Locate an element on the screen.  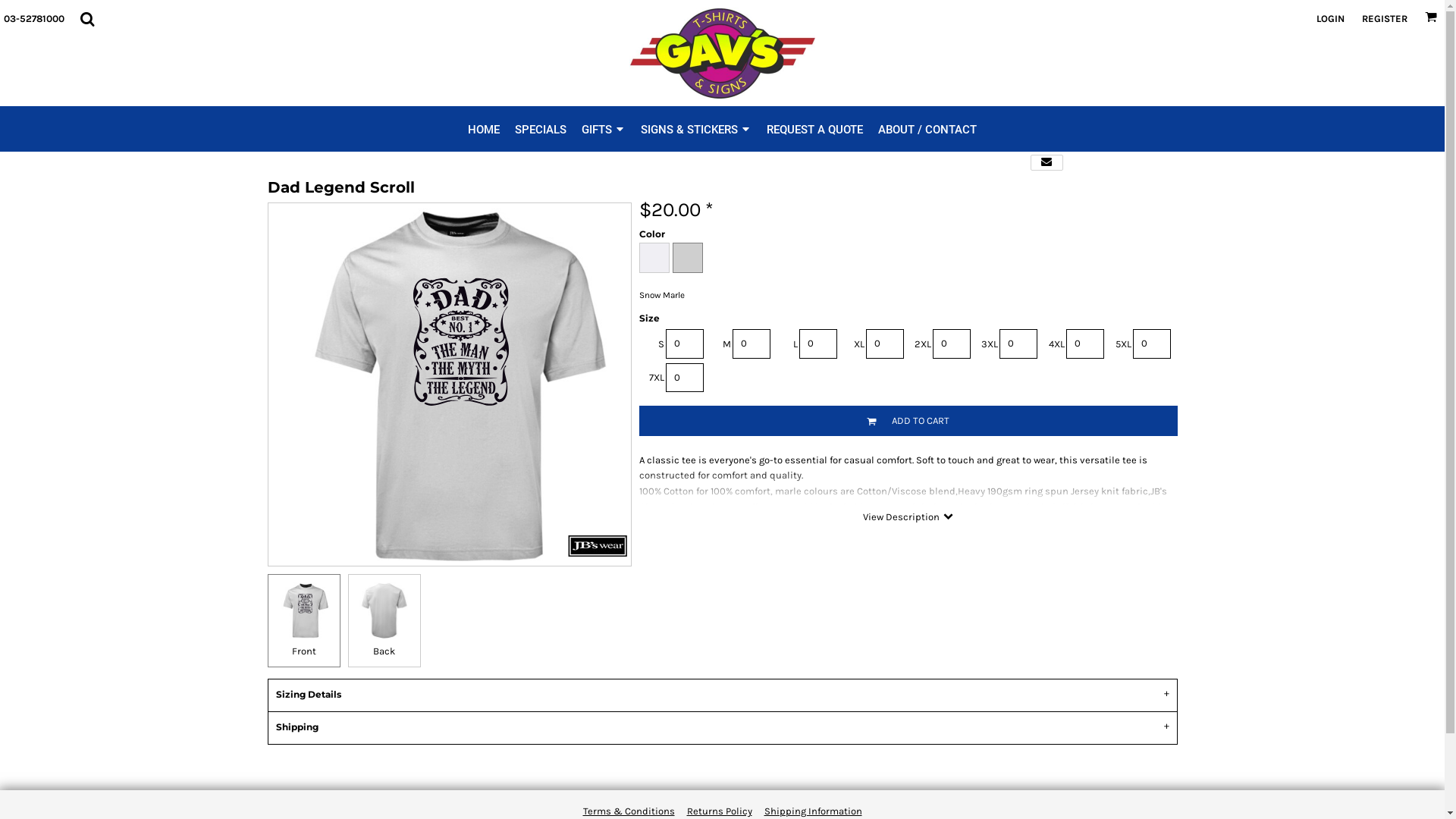
'GIFTS' is located at coordinates (581, 127).